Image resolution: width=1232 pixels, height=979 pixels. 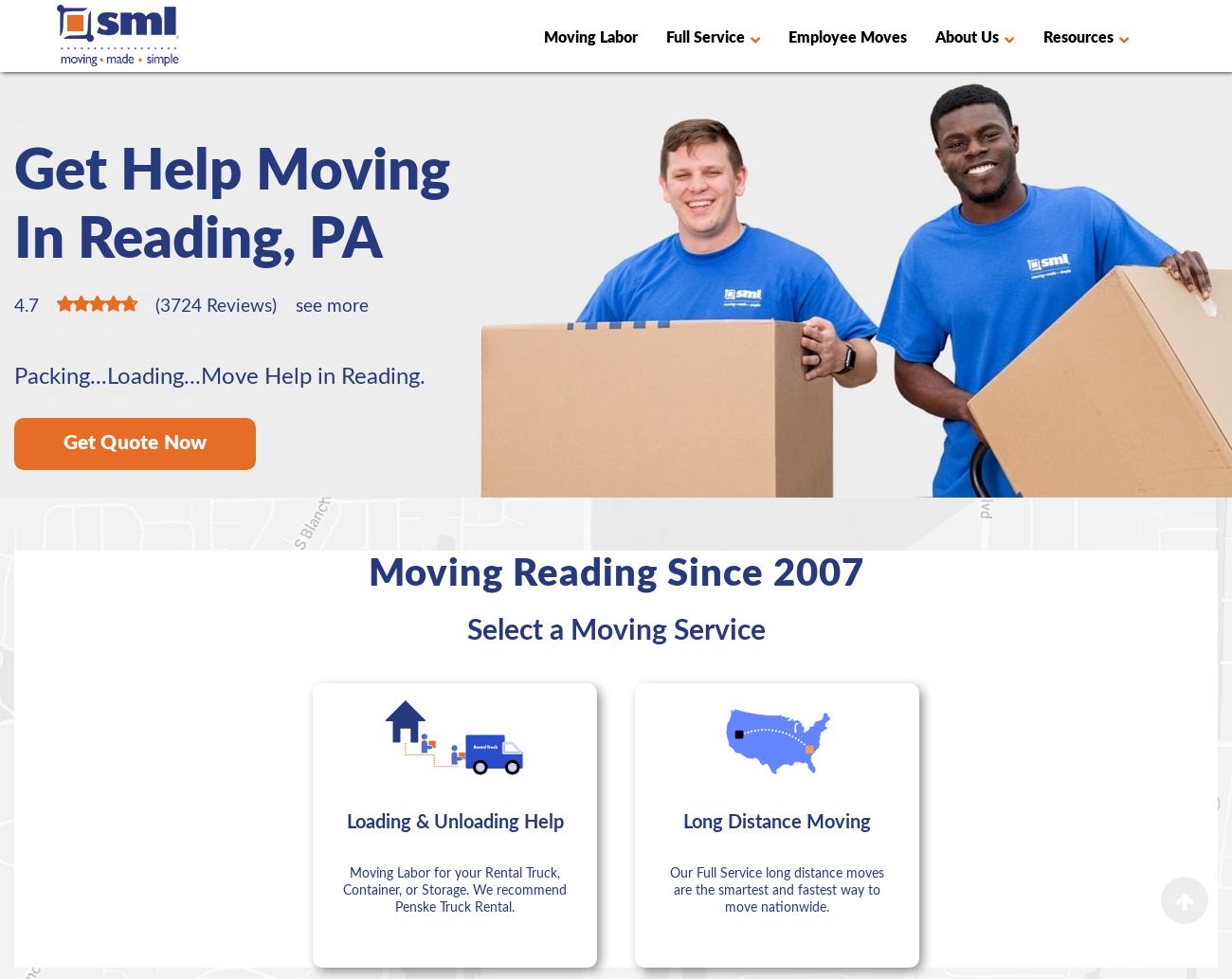 I want to click on 'In Reading, PA', so click(x=198, y=238).